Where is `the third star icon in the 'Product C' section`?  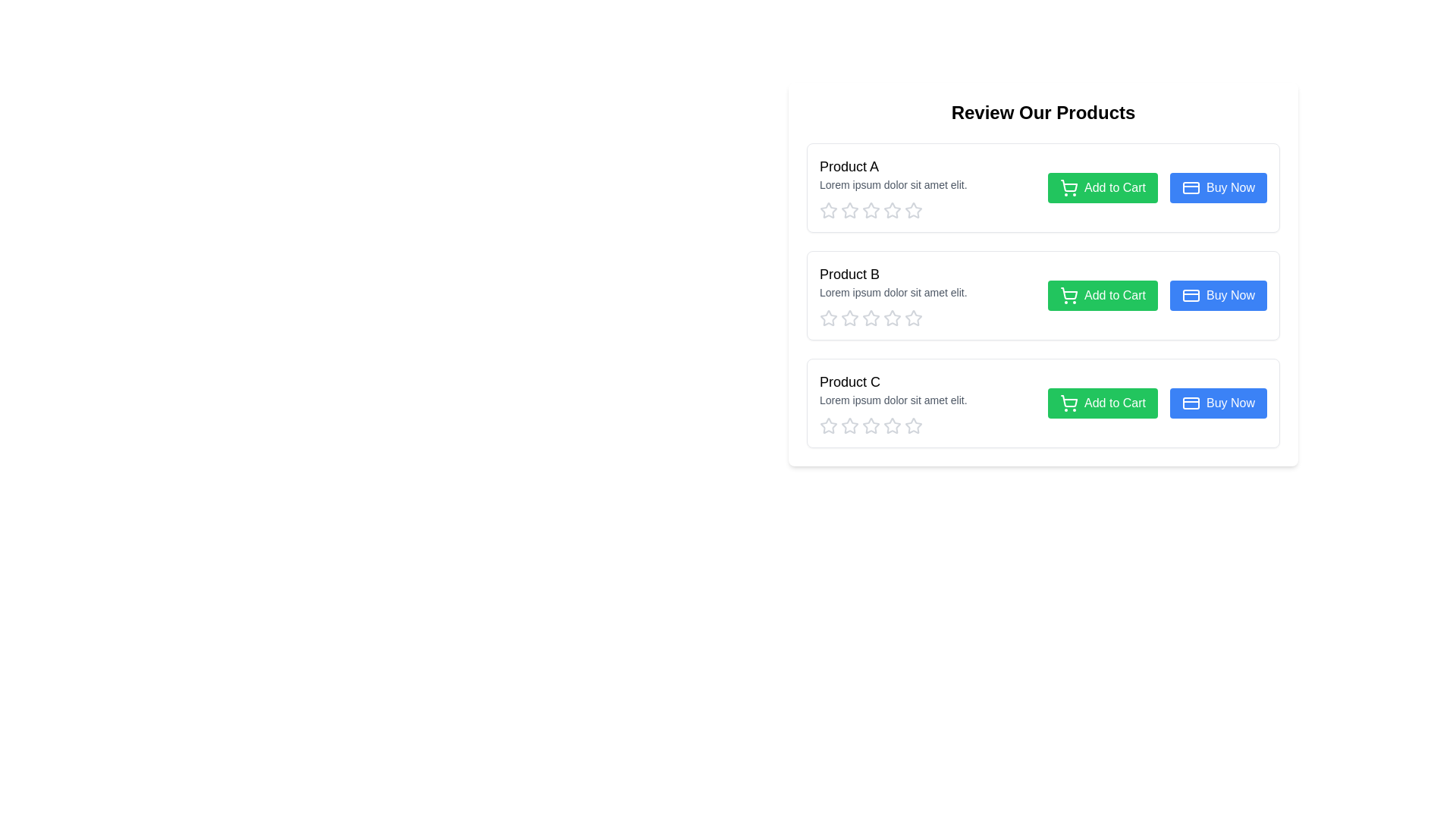
the third star icon in the 'Product C' section is located at coordinates (912, 425).